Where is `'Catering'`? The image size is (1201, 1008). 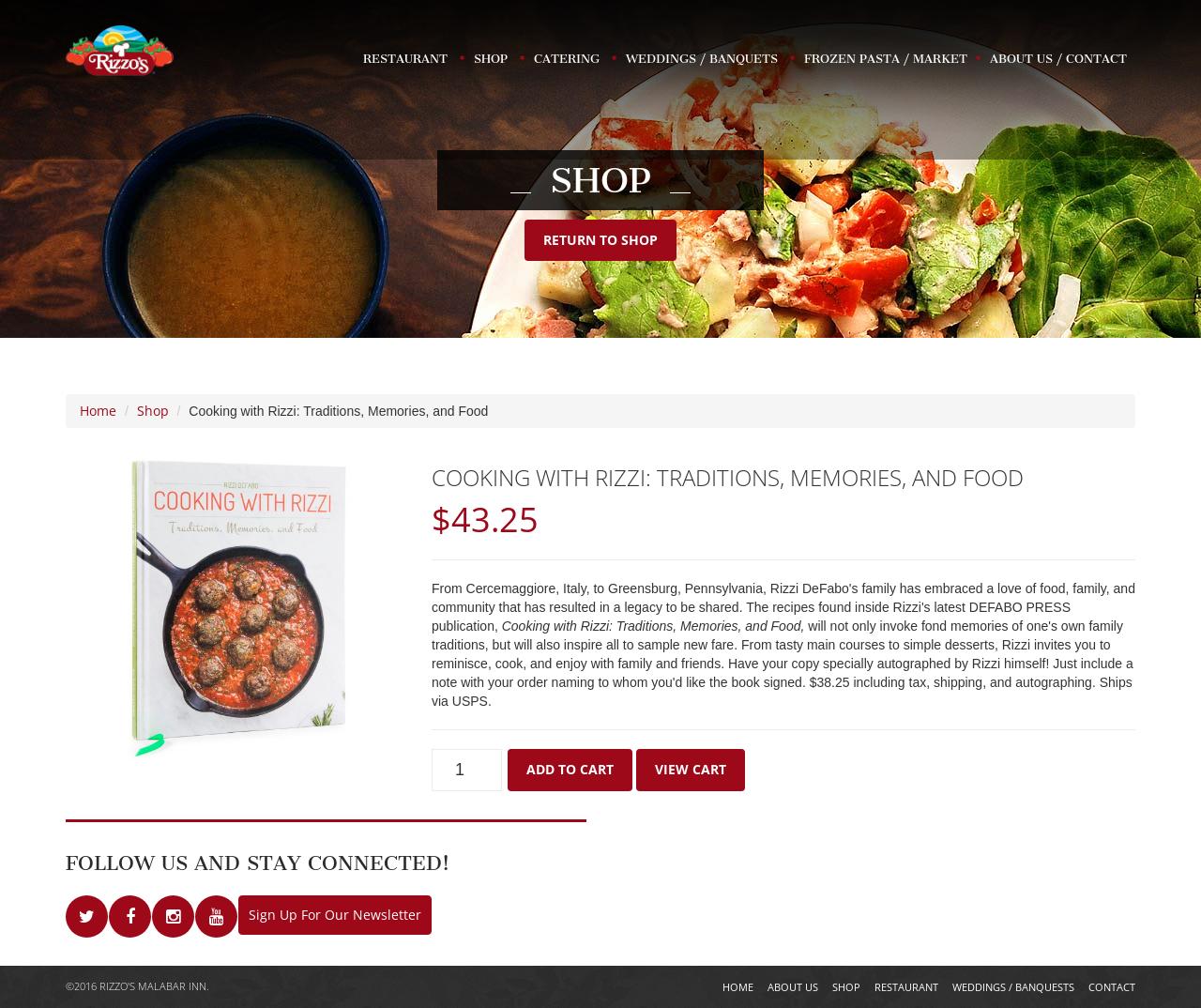
'Catering' is located at coordinates (566, 74).